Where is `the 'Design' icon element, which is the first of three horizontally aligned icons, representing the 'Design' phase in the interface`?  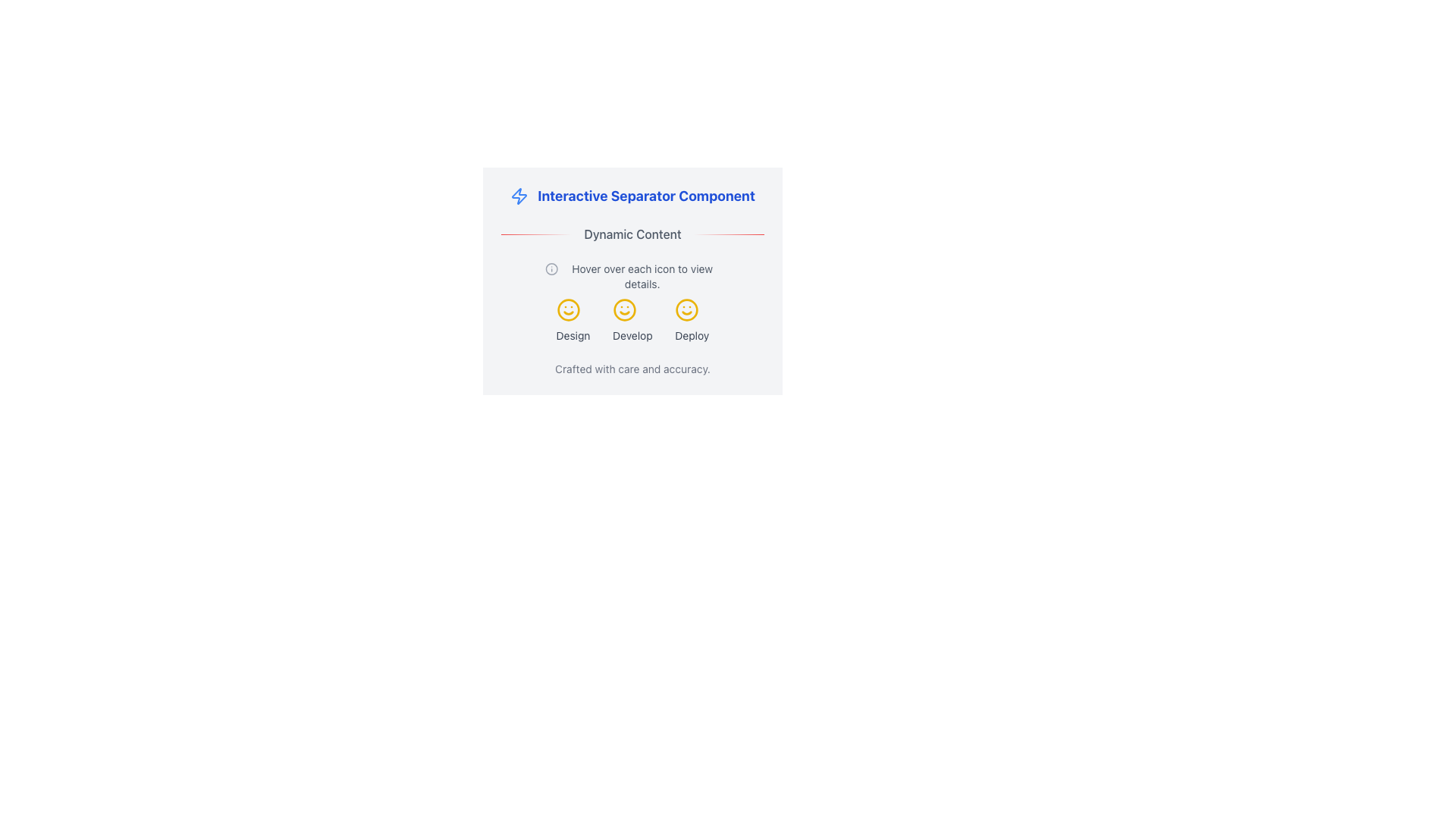 the 'Design' icon element, which is the first of three horizontally aligned icons, representing the 'Design' phase in the interface is located at coordinates (567, 309).